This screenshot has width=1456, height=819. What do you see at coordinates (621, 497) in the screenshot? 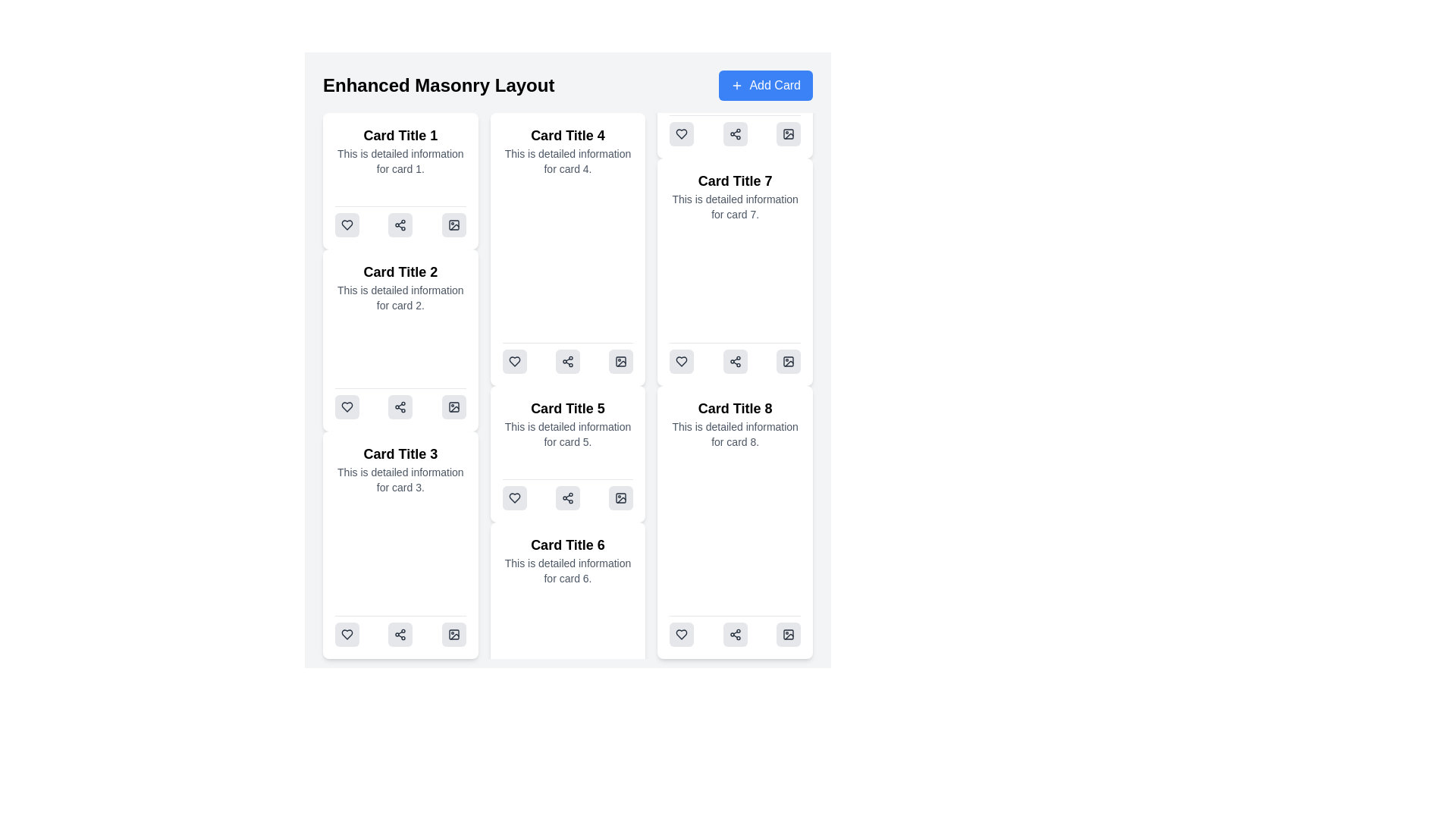
I see `the image action icon located in the lower-right corner of 'Card Title 5', which is the third icon in the row of icons at the bottom of the card` at bounding box center [621, 497].